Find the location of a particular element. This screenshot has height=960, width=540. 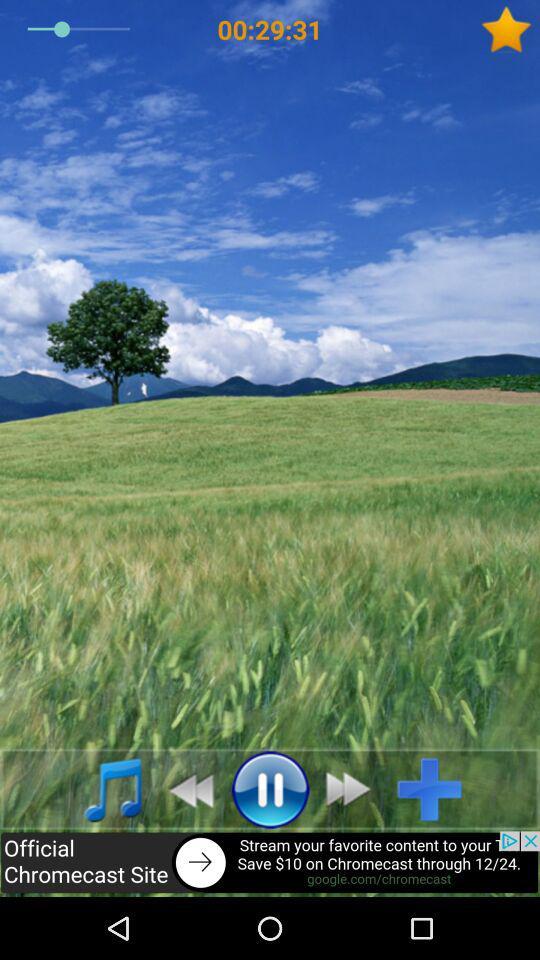

previous is located at coordinates (185, 789).